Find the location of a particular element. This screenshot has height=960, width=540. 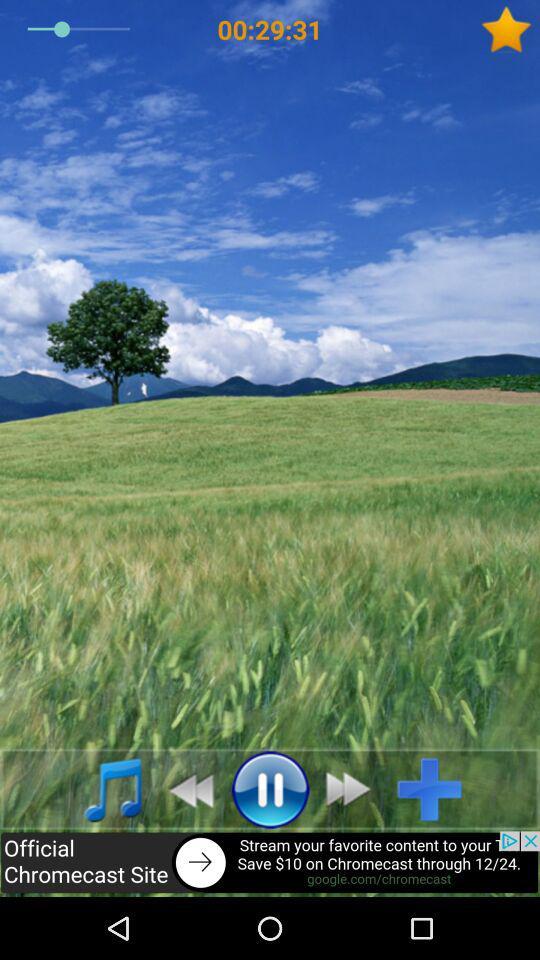

previous is located at coordinates (185, 789).